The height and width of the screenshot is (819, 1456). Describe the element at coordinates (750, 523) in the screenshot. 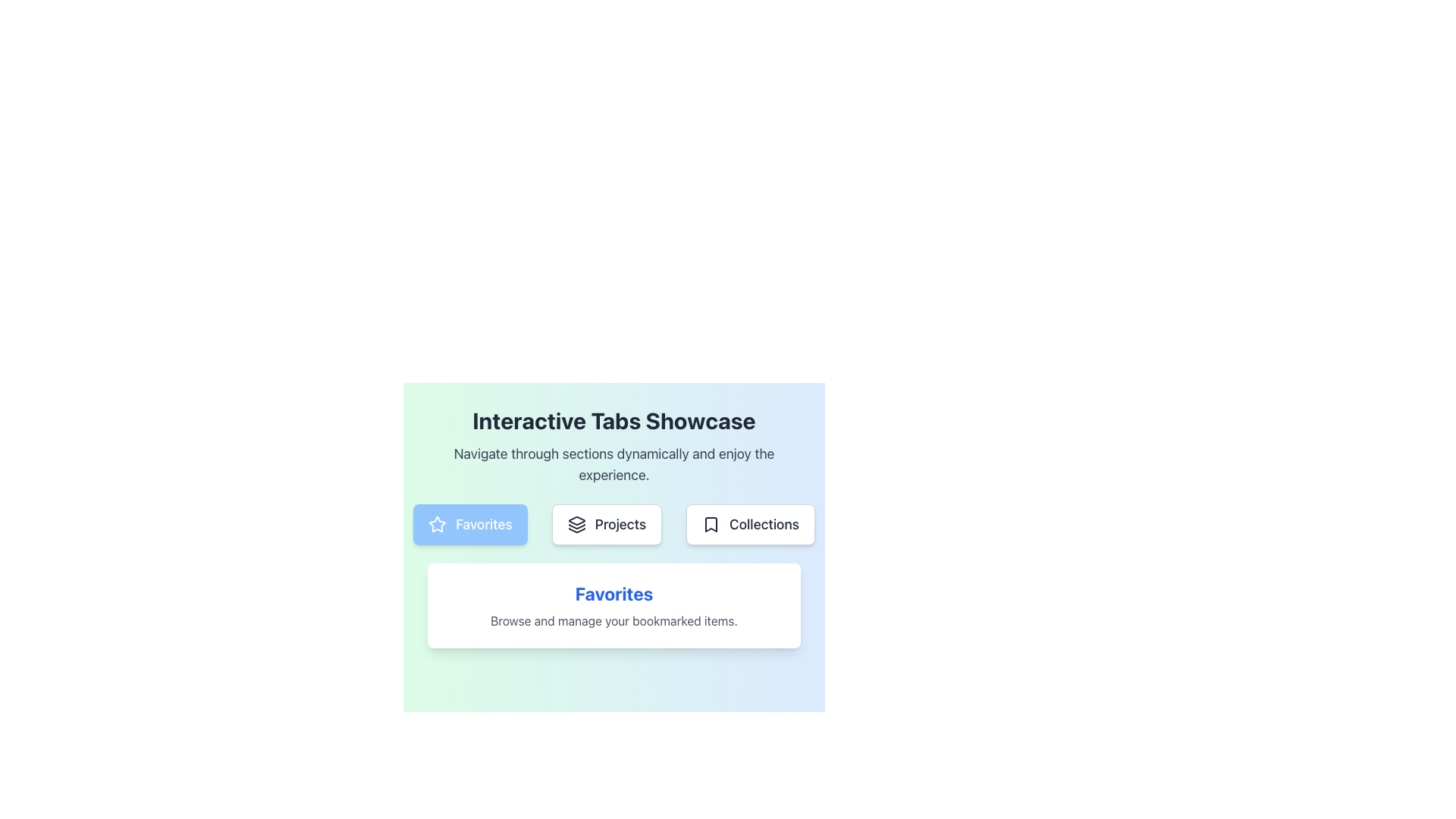

I see `the third tab button in the tabbed interface` at that location.